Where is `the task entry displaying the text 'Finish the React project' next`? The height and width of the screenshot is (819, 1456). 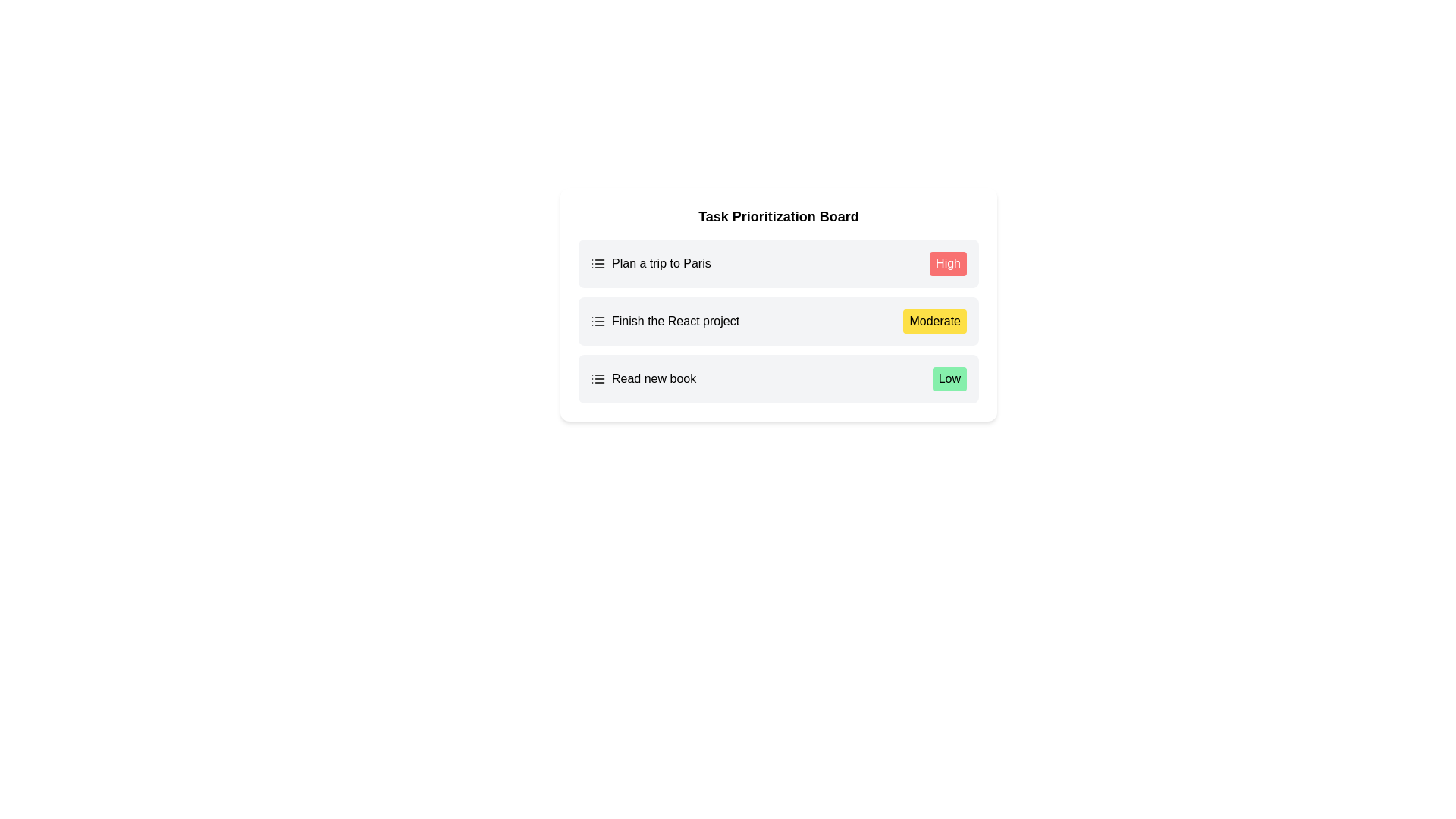
the task entry displaying the text 'Finish the React project' next is located at coordinates (665, 321).